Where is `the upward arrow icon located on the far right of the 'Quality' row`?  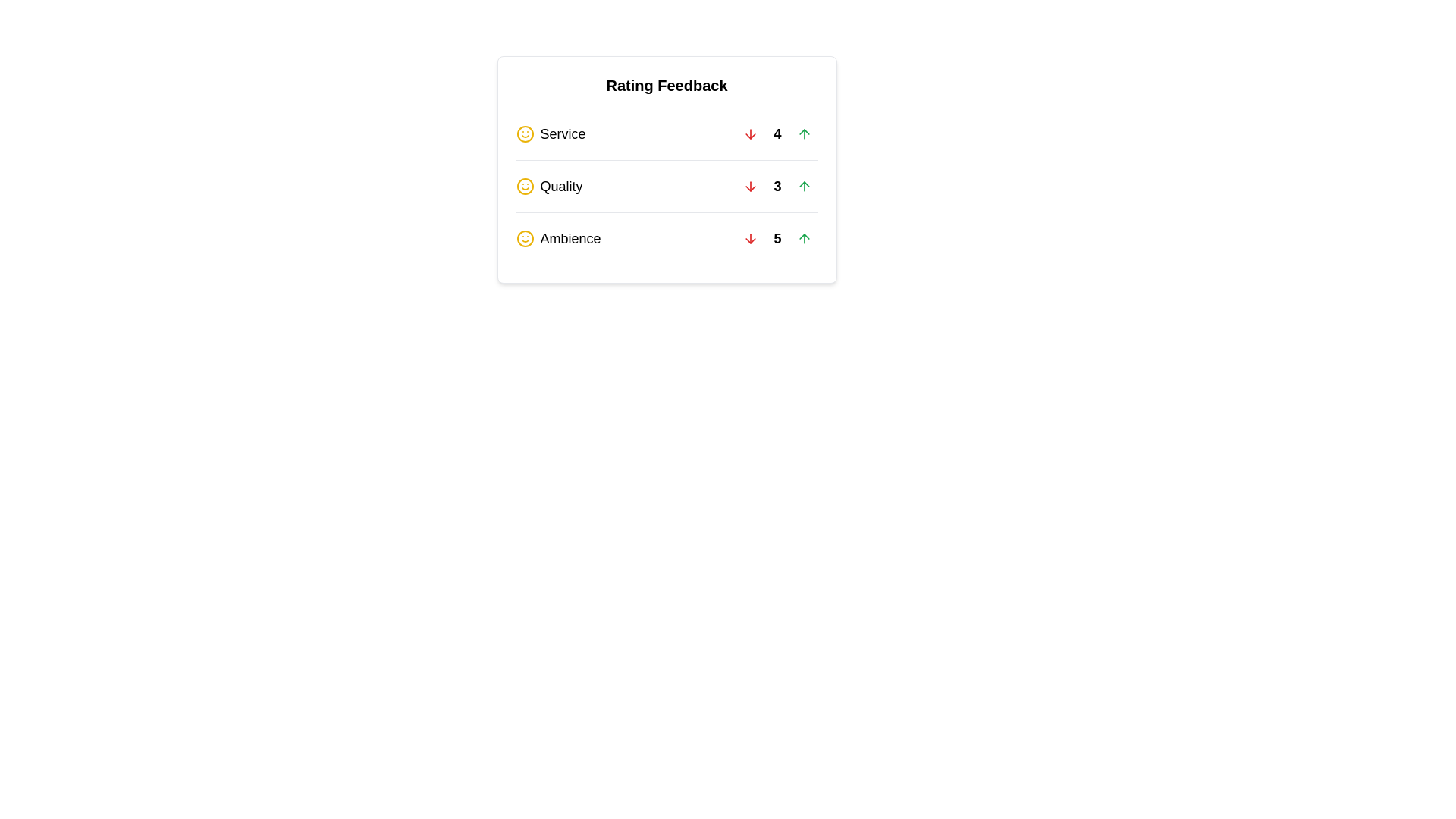
the upward arrow icon located on the far right of the 'Quality' row is located at coordinates (803, 186).